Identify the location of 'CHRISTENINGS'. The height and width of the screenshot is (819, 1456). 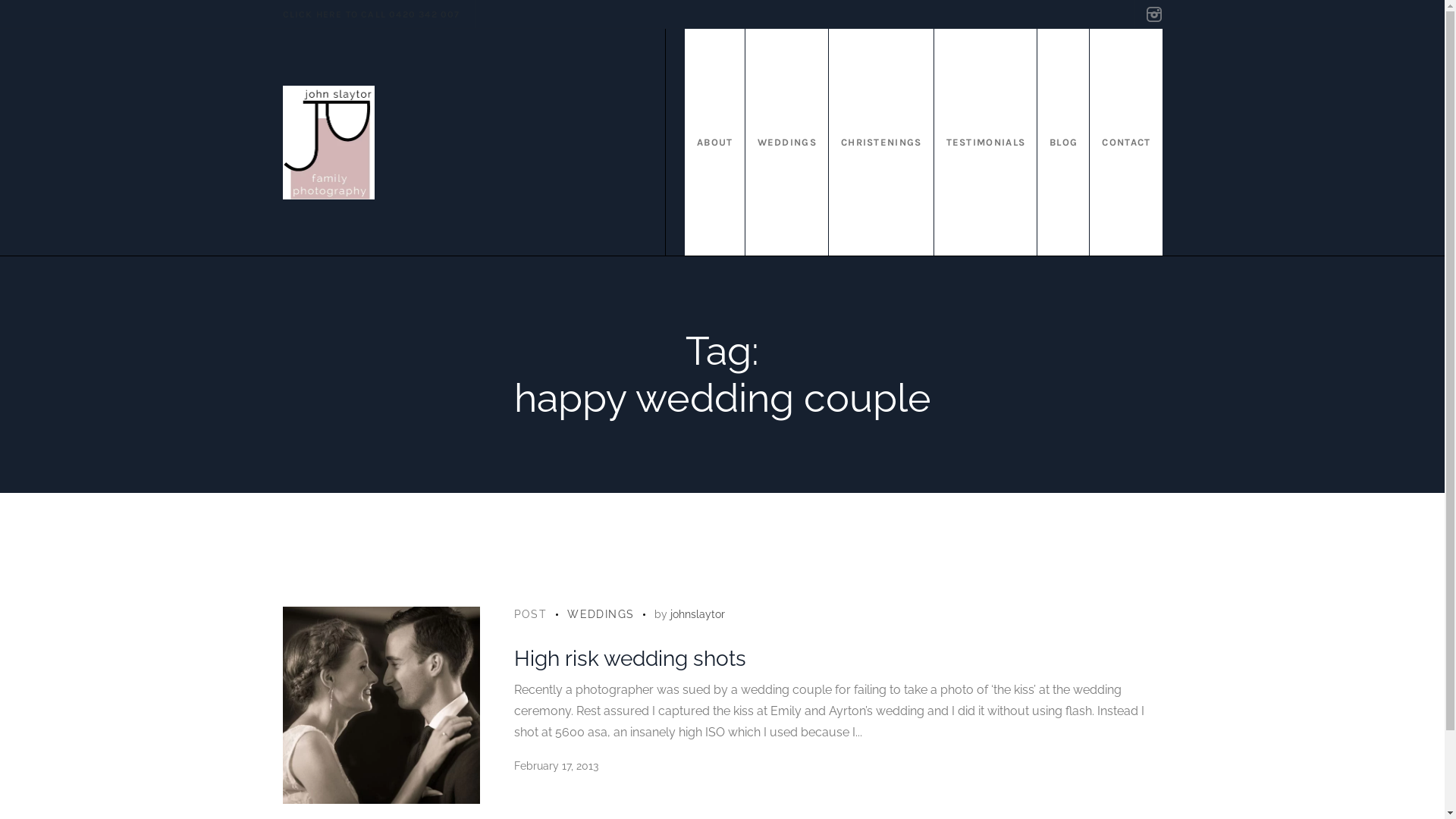
(880, 142).